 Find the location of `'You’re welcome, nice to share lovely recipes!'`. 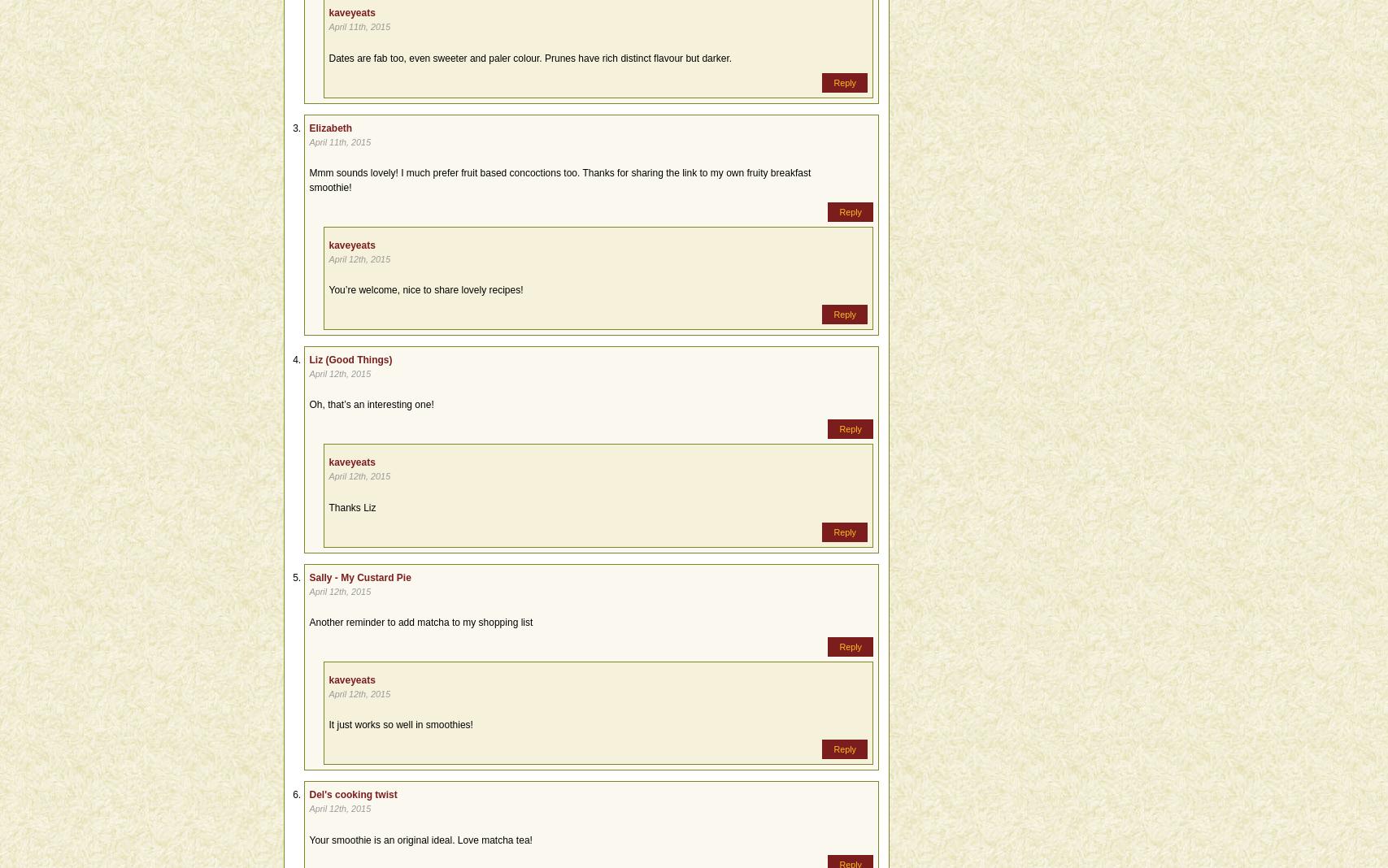

'You’re welcome, nice to share lovely recipes!' is located at coordinates (425, 289).